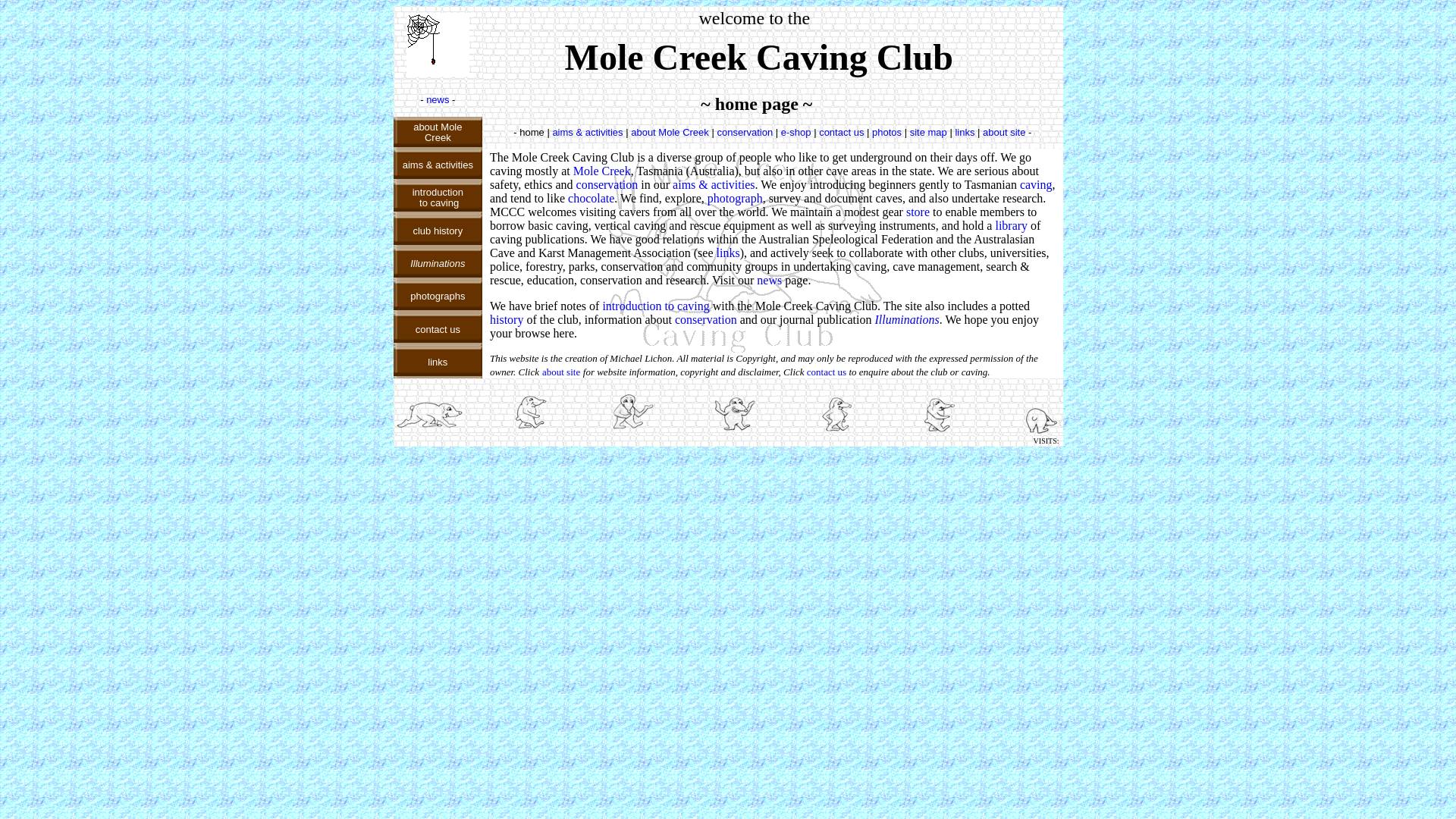 The width and height of the screenshot is (1456, 819). What do you see at coordinates (601, 171) in the screenshot?
I see `'Mole Creek'` at bounding box center [601, 171].